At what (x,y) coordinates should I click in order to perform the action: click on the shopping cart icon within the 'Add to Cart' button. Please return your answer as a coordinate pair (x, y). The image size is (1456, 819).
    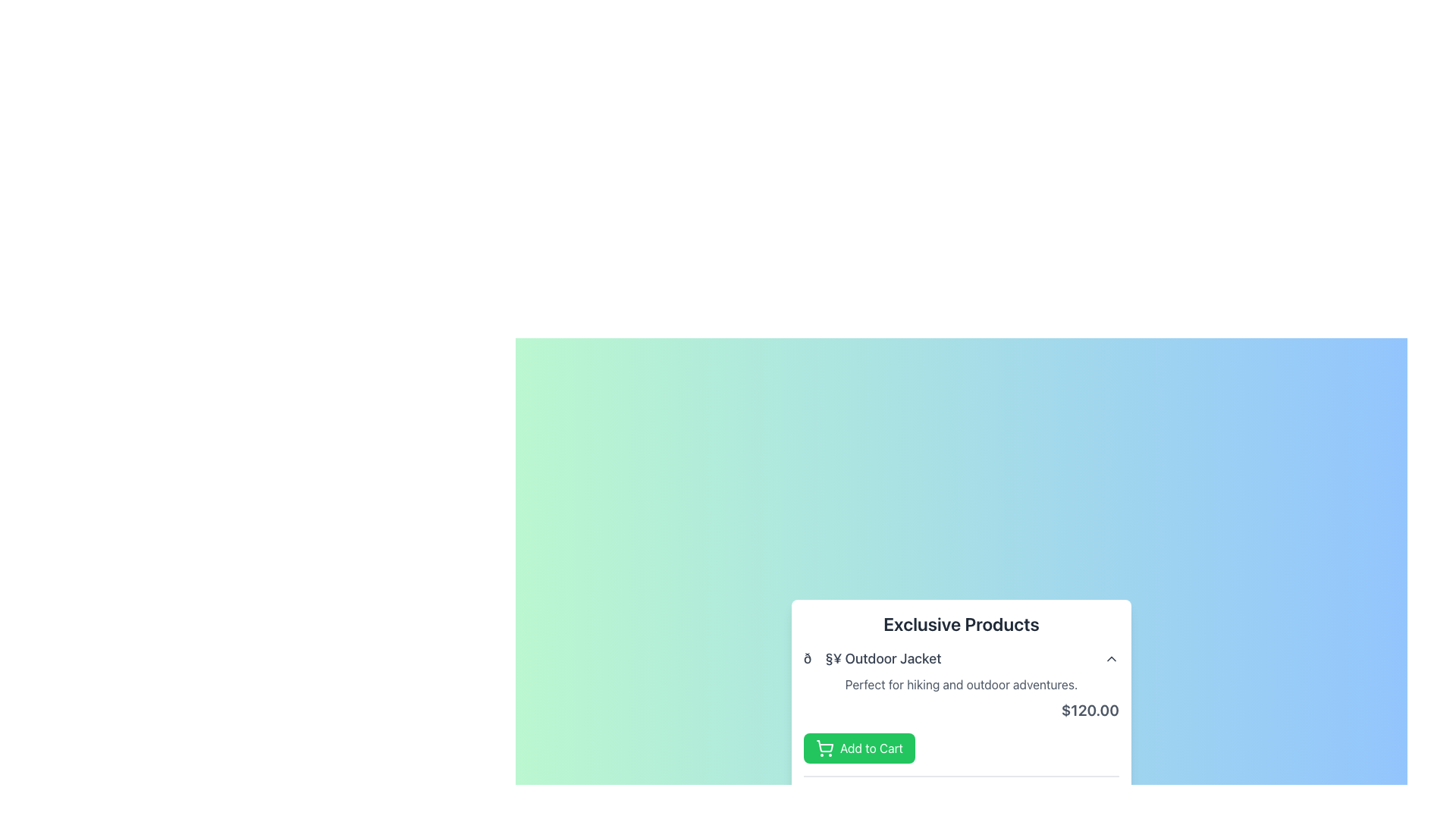
    Looking at the image, I should click on (824, 745).